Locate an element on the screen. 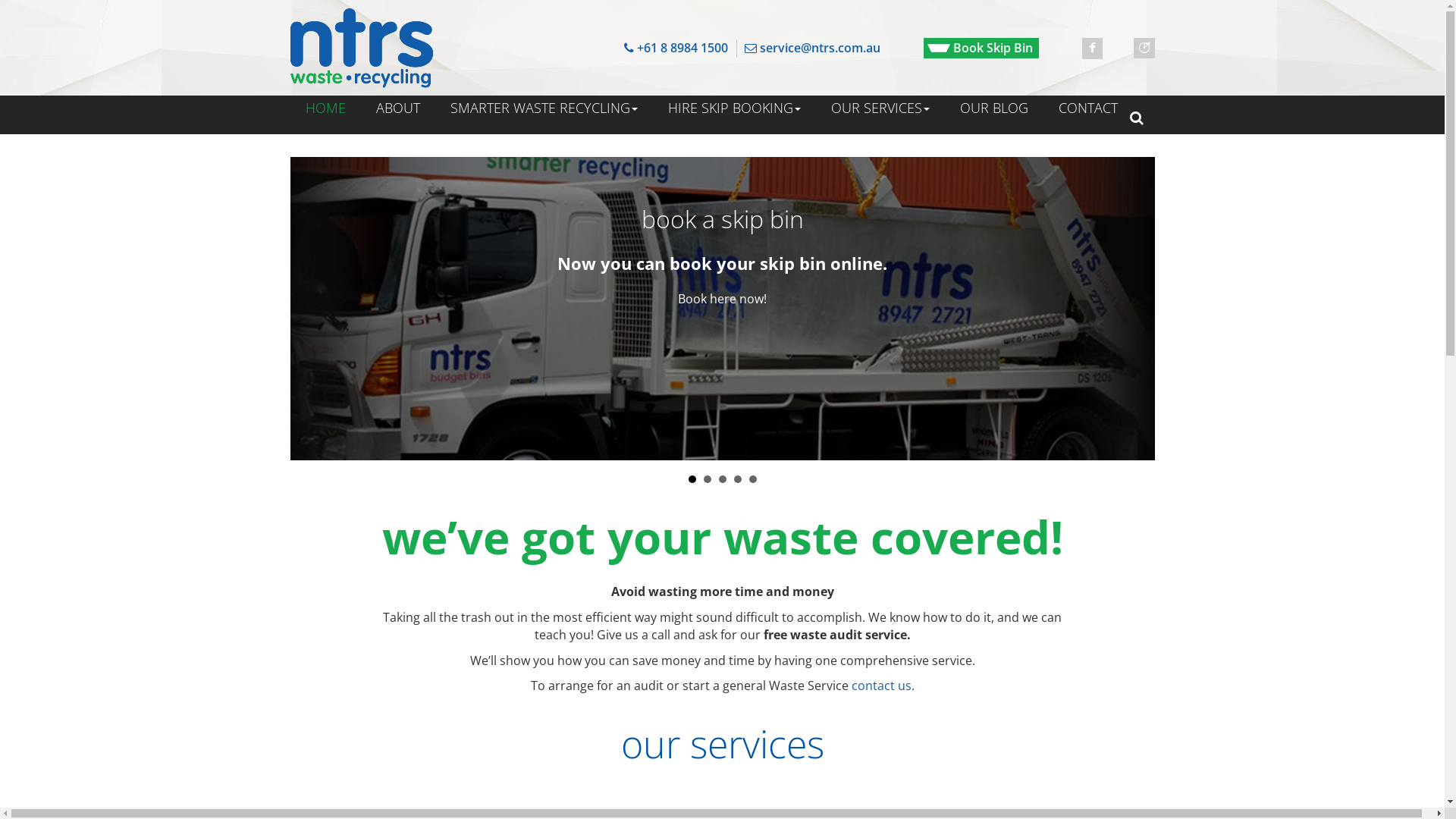 The image size is (1456, 819). 'service@ntrs.com.au' is located at coordinates (811, 48).